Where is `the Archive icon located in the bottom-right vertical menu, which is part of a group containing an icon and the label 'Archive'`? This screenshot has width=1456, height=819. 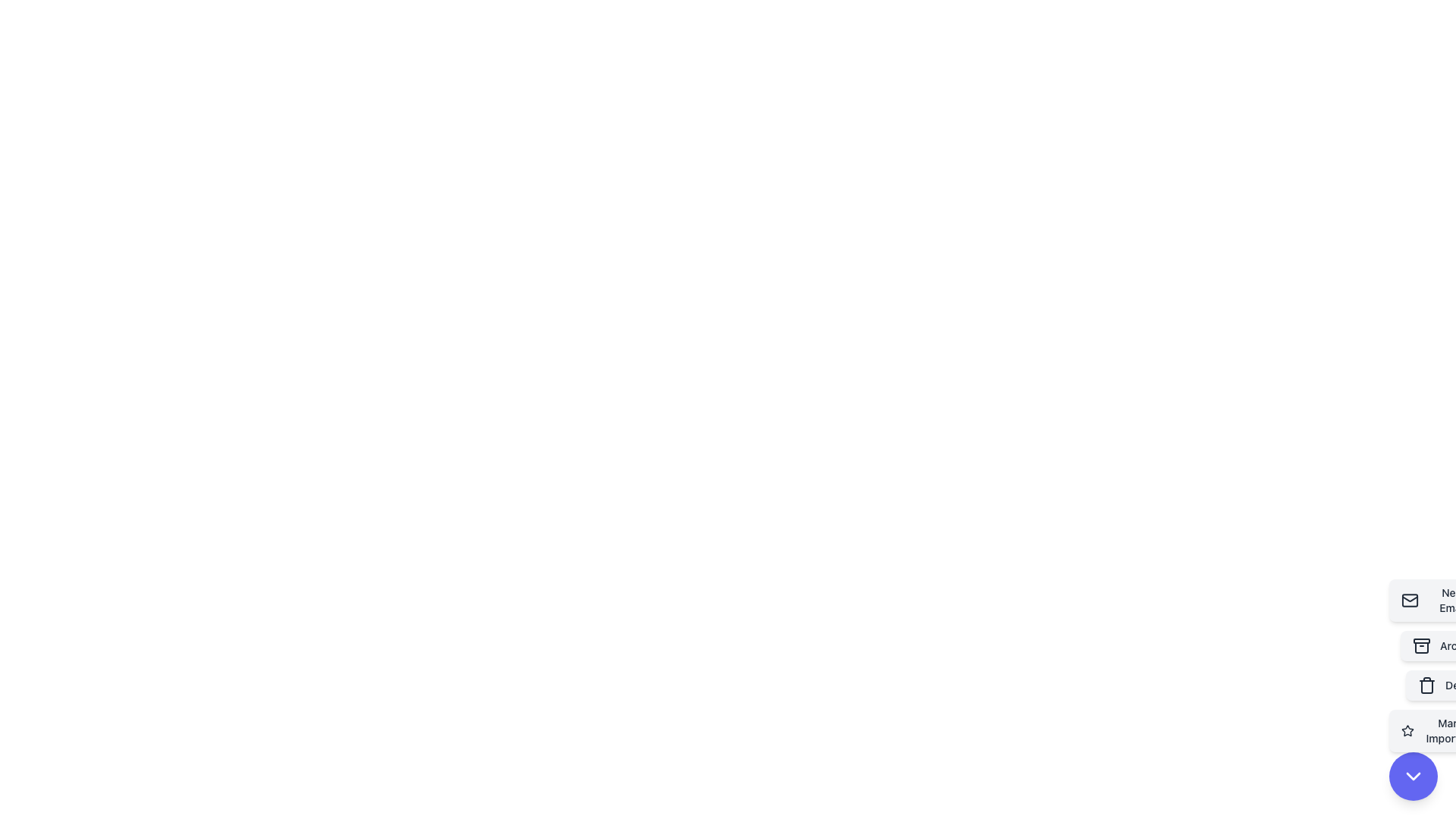 the Archive icon located in the bottom-right vertical menu, which is part of a group containing an icon and the label 'Archive' is located at coordinates (1421, 646).